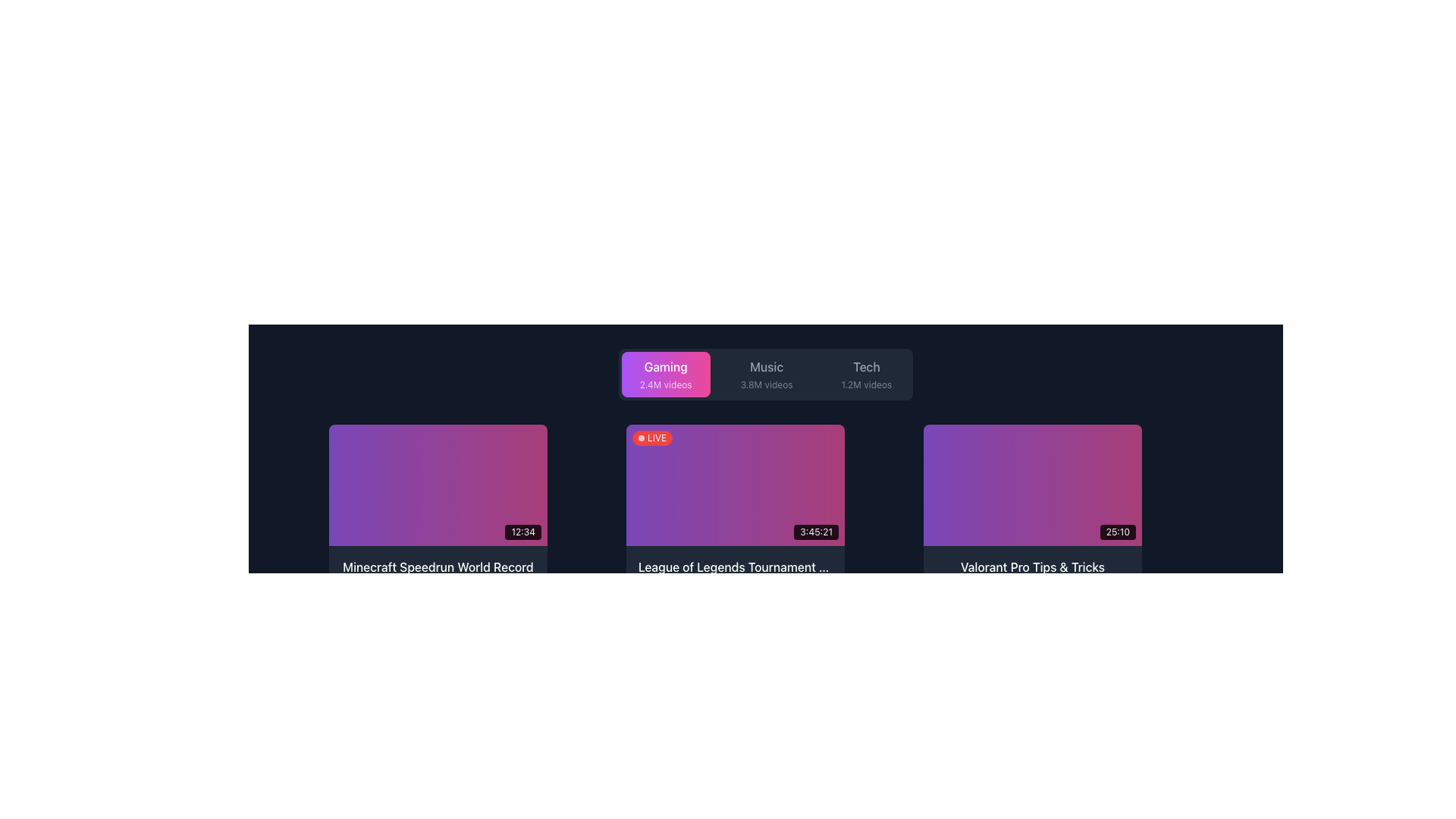 This screenshot has height=819, width=1456. Describe the element at coordinates (666, 374) in the screenshot. I see `the rectangular button with a gradient background labeled 'Gaming'` at that location.